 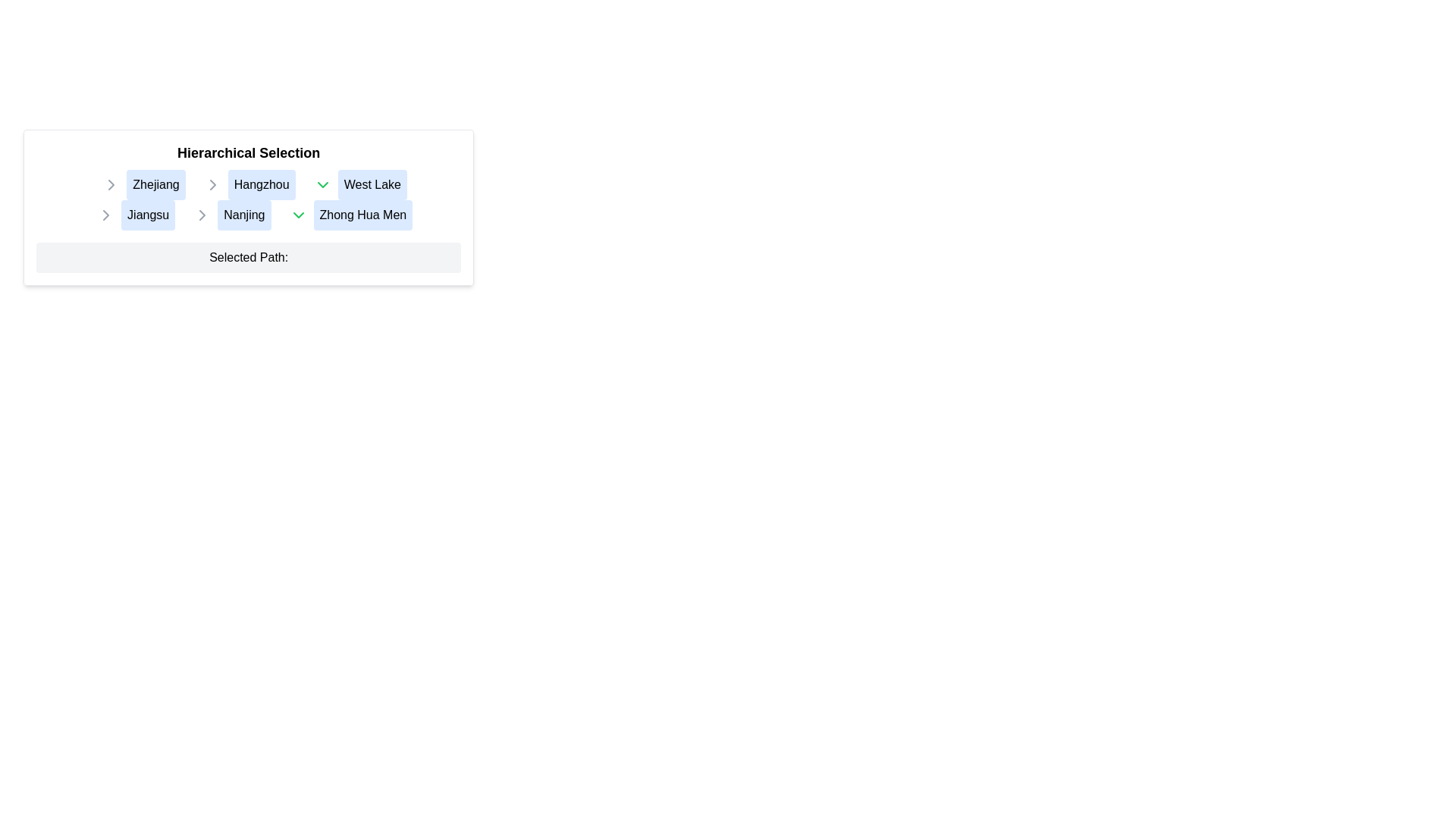 I want to click on the selectable item labeled 'Zhong Hua Men' with a light blue background and a green downward-pointing chevron icon, so click(x=344, y=215).